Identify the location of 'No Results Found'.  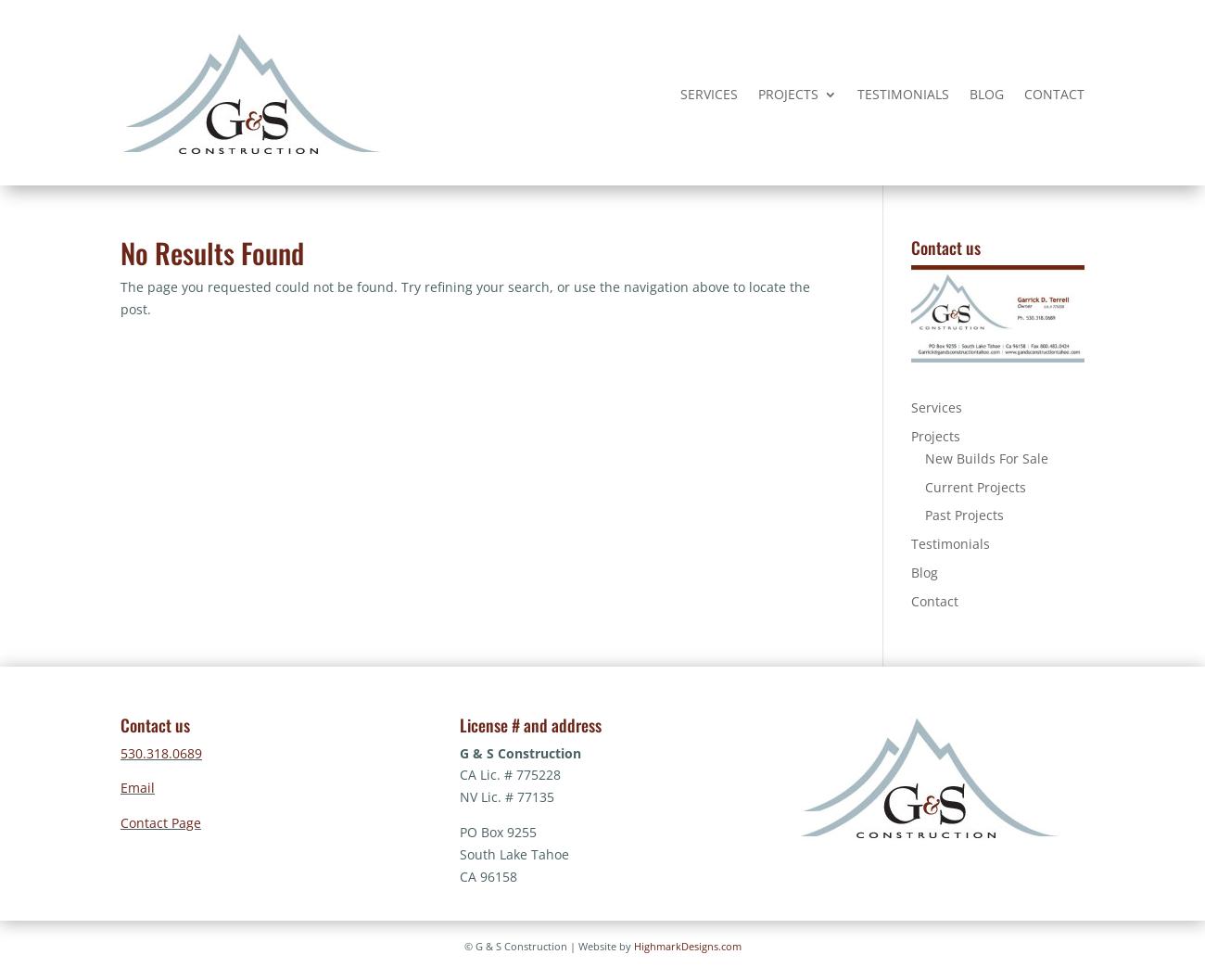
(211, 251).